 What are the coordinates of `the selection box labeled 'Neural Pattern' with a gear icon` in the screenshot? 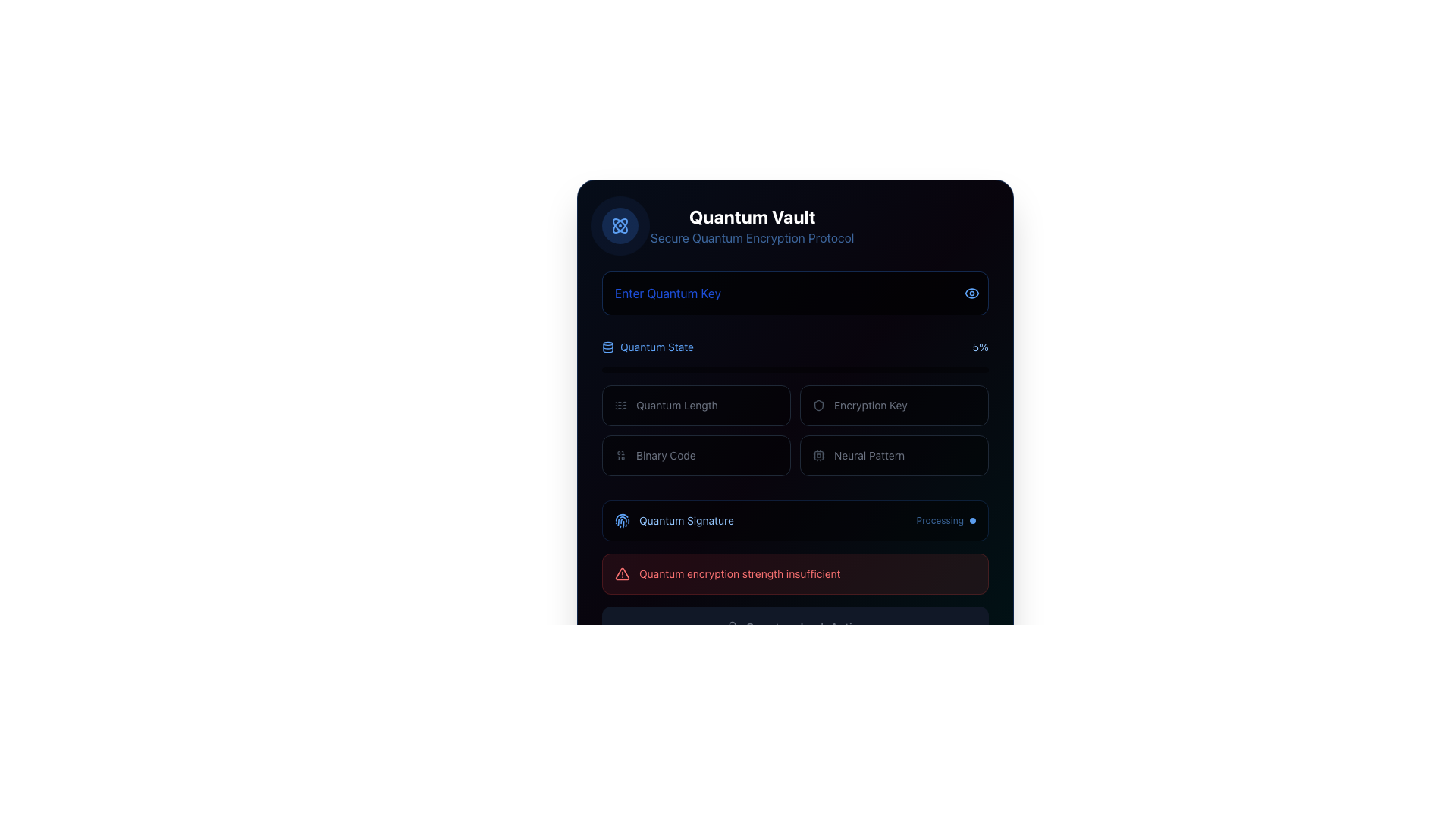 It's located at (894, 455).